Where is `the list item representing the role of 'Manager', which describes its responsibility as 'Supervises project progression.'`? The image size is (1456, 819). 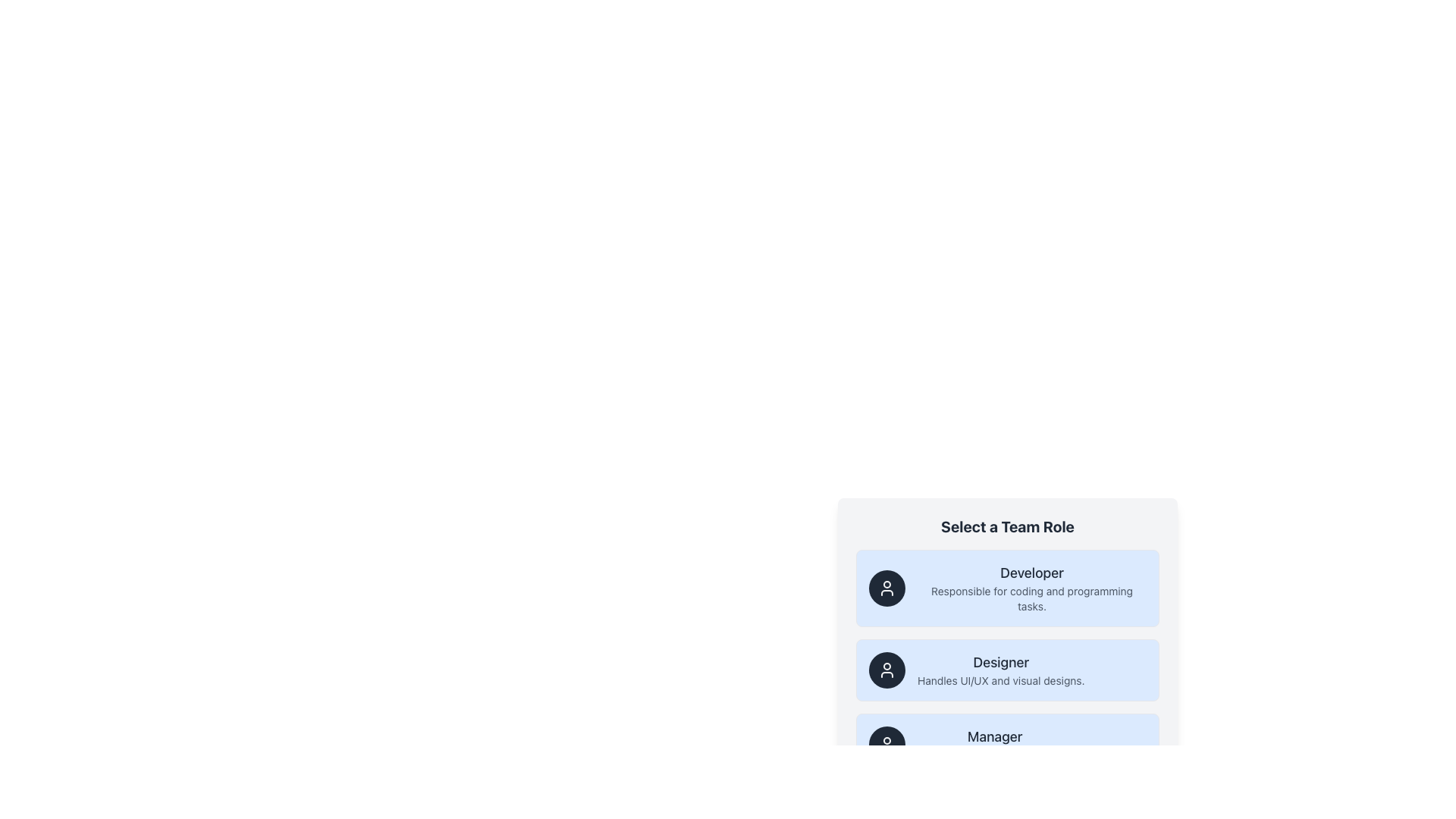
the list item representing the role of 'Manager', which describes its responsibility as 'Supervises project progression.' is located at coordinates (995, 744).